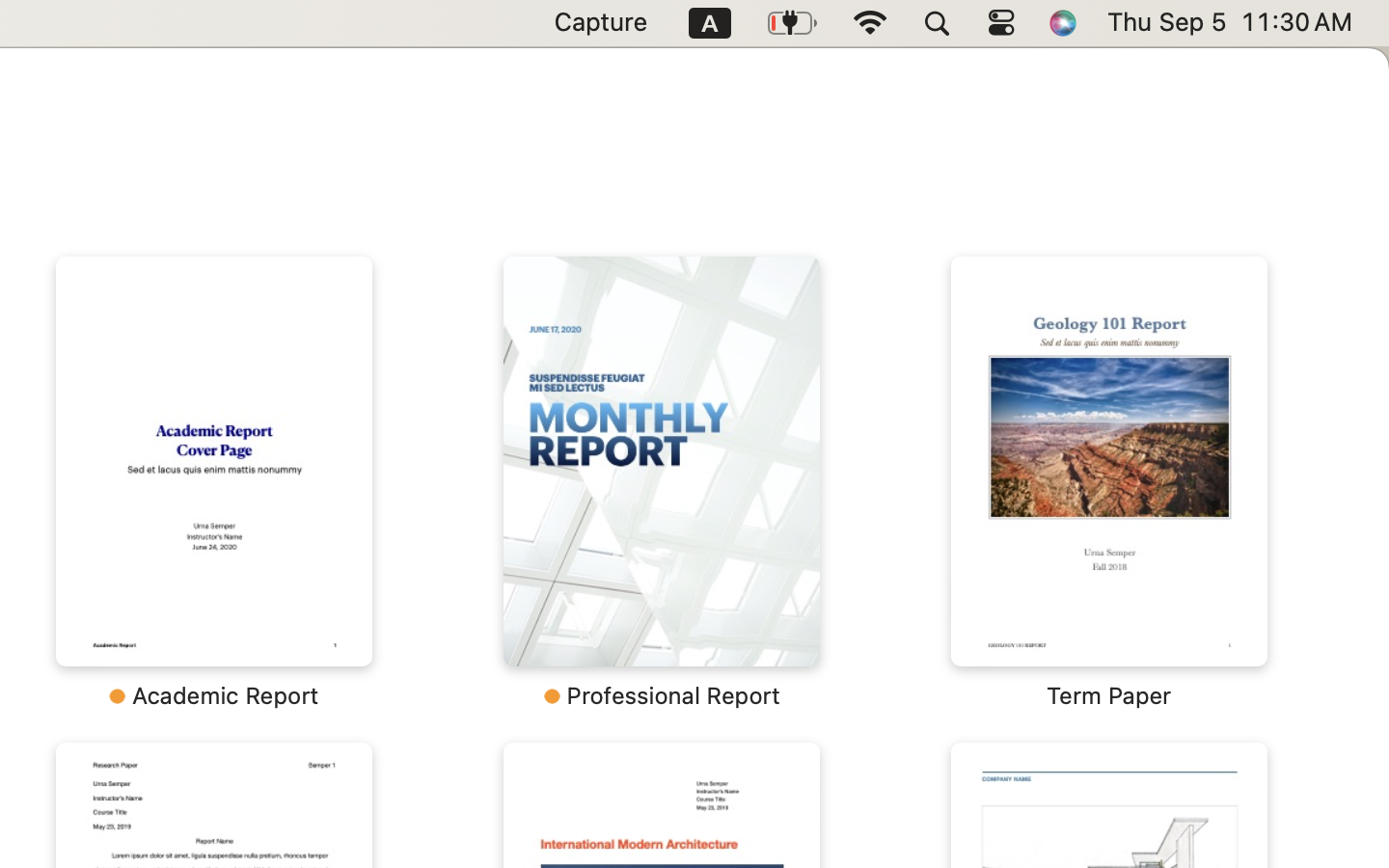 The height and width of the screenshot is (868, 1389). What do you see at coordinates (662, 482) in the screenshot?
I see `'‎￼ ⁨Professional Report⁩'` at bounding box center [662, 482].